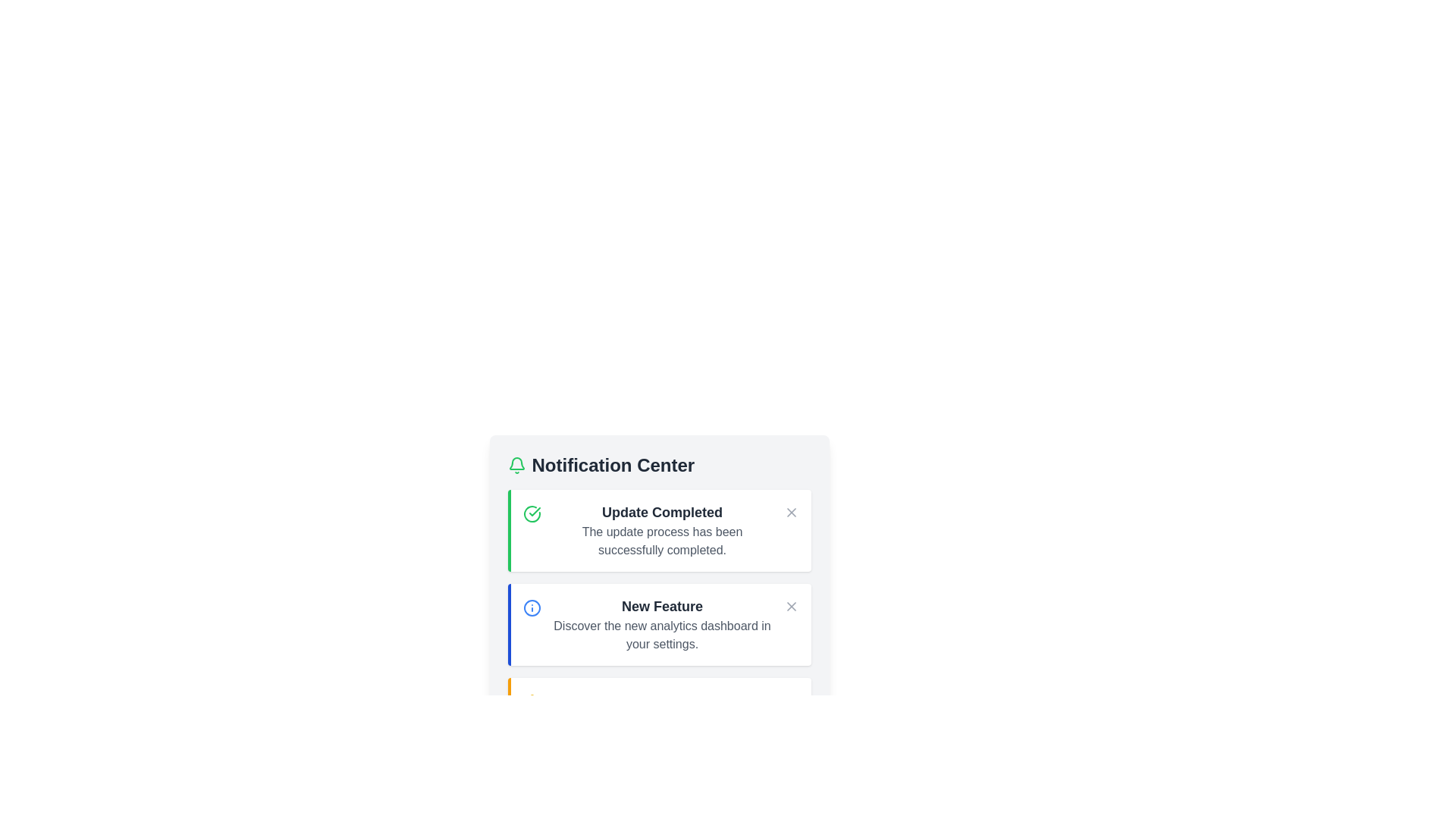 Image resolution: width=1456 pixels, height=819 pixels. I want to click on the static text element in the notification card labeled 'New Feature' that provides information about the new analytics dashboard, so click(662, 635).